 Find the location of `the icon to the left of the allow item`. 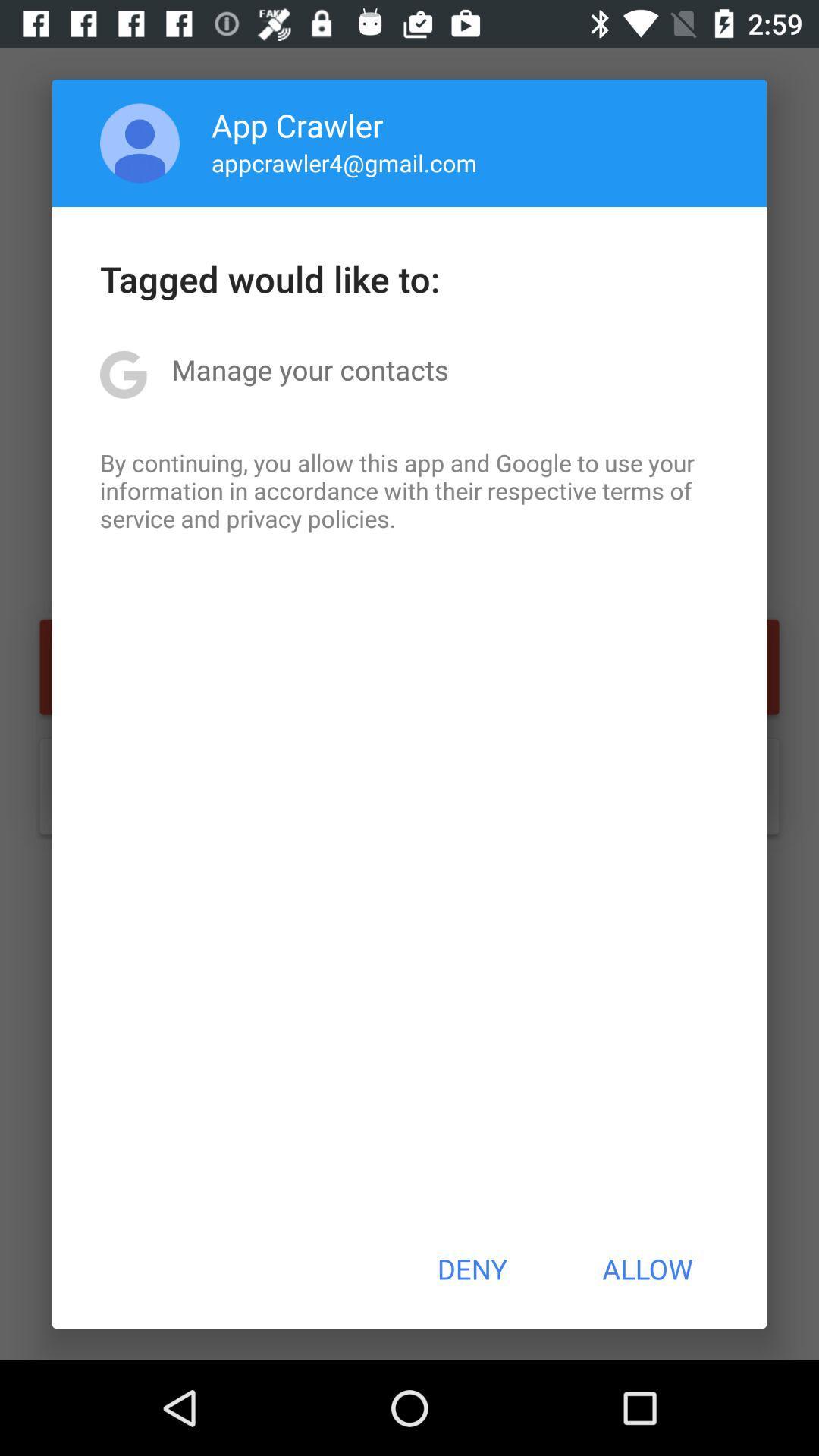

the icon to the left of the allow item is located at coordinates (471, 1269).